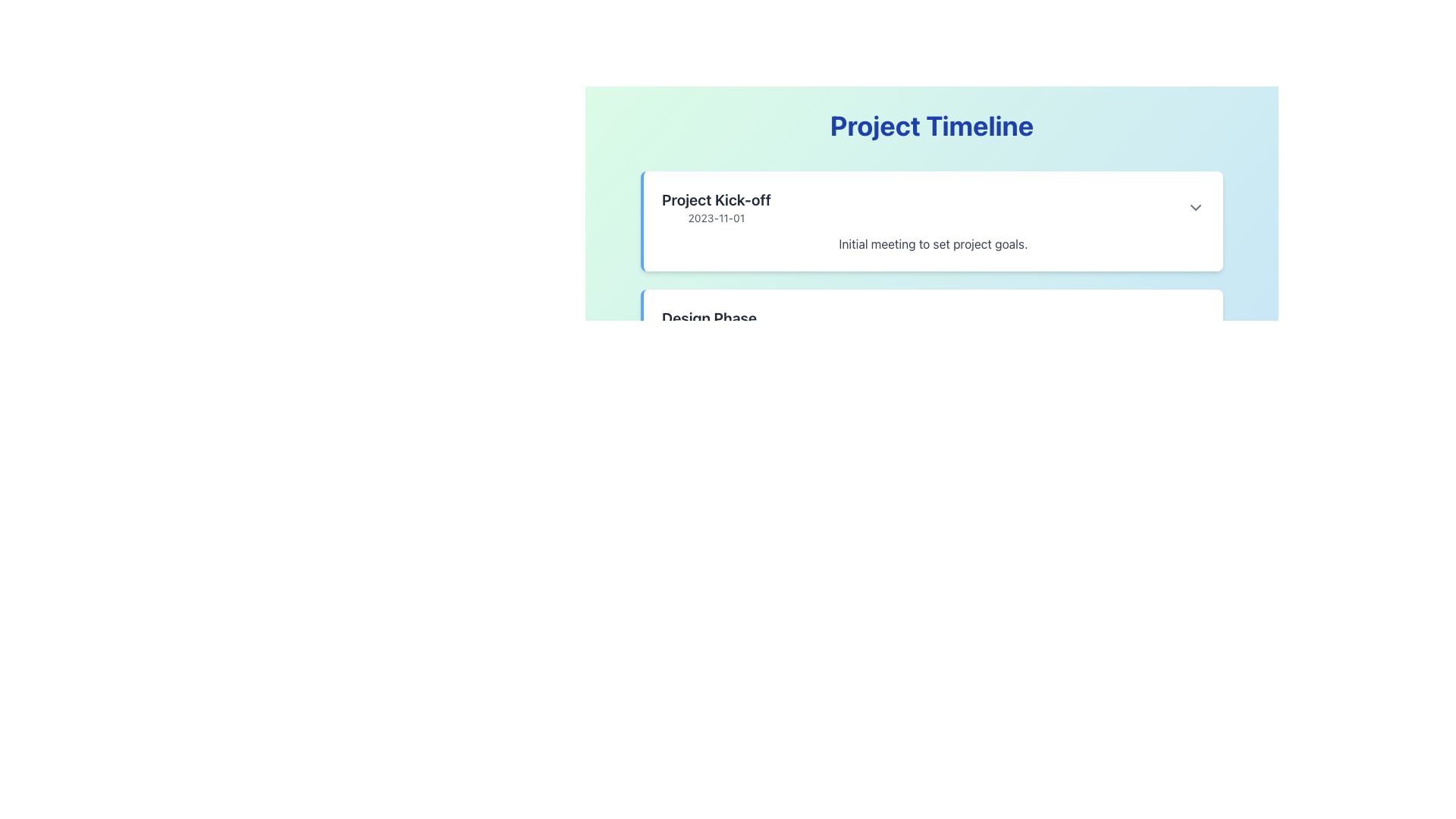 The width and height of the screenshot is (1456, 819). I want to click on the text element displaying 'Initial meeting to set project goals.' located at the bottom of the 'Project Timeline' interface, so click(932, 243).